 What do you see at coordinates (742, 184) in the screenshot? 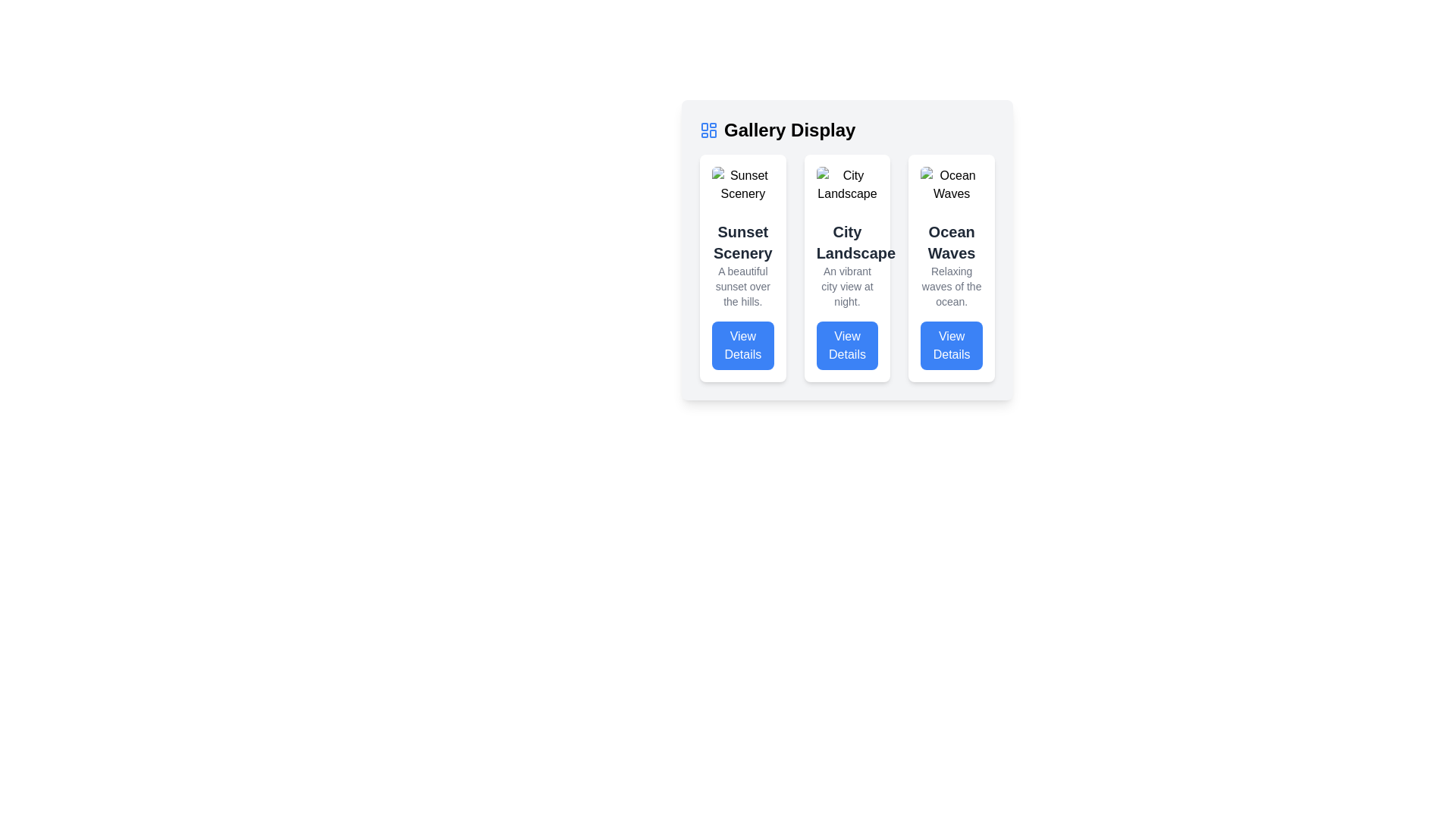
I see `the image element that visually represents the 'Sunset Scenery' section, located at the top of the leftmost card in a horizontally arranged gallery` at bounding box center [742, 184].